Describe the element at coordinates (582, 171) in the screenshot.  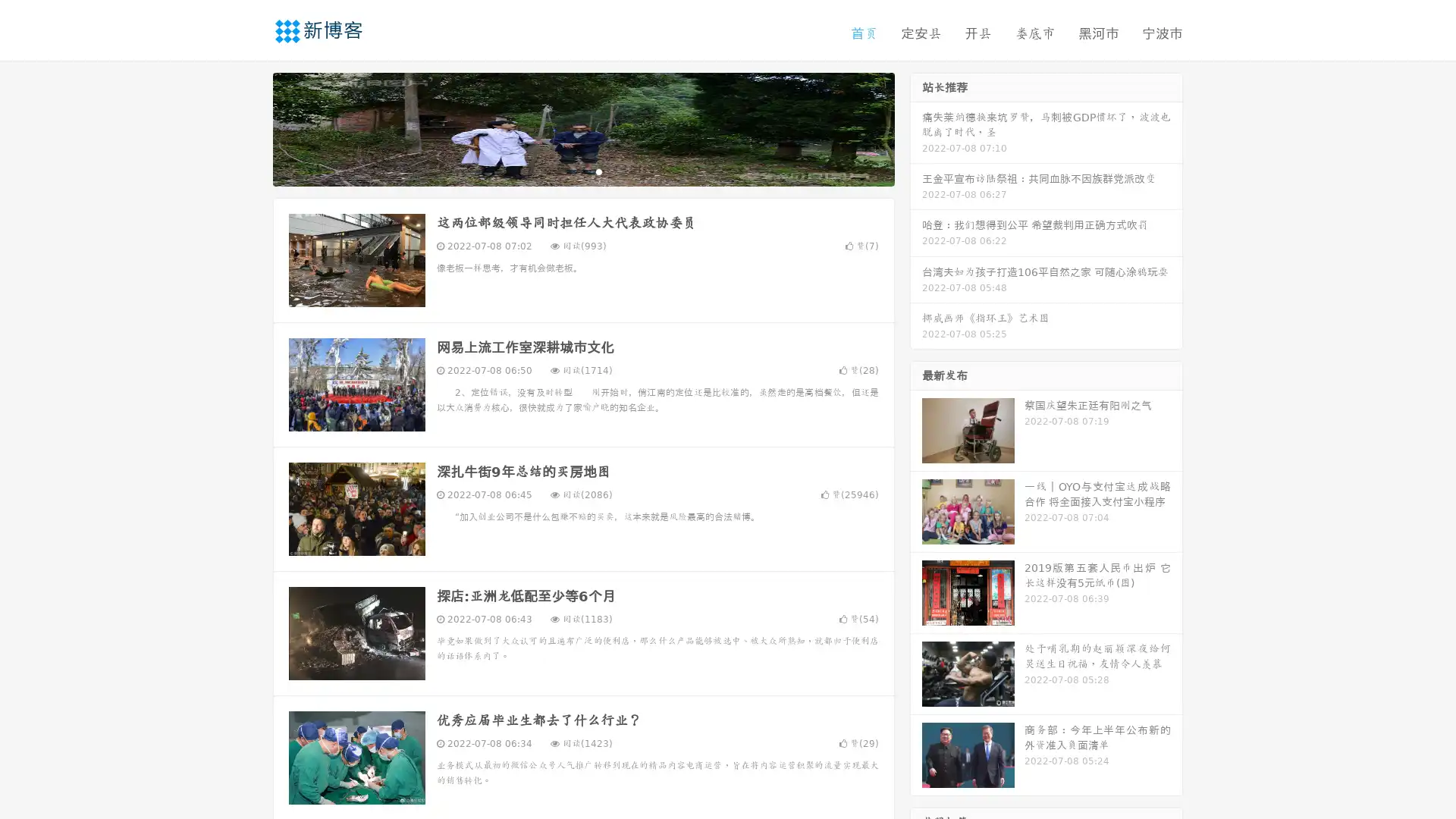
I see `Go to slide 2` at that location.